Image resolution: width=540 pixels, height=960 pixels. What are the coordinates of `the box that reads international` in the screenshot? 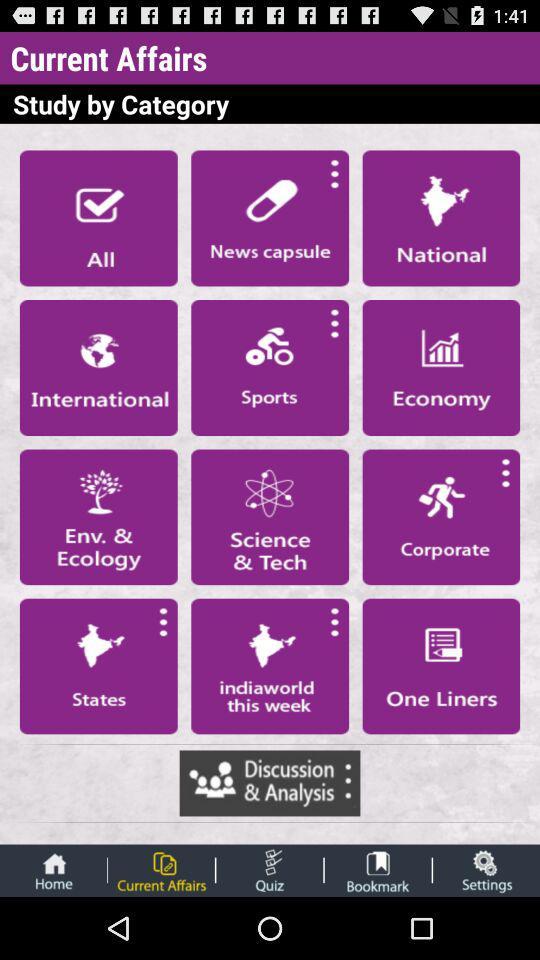 It's located at (97, 366).